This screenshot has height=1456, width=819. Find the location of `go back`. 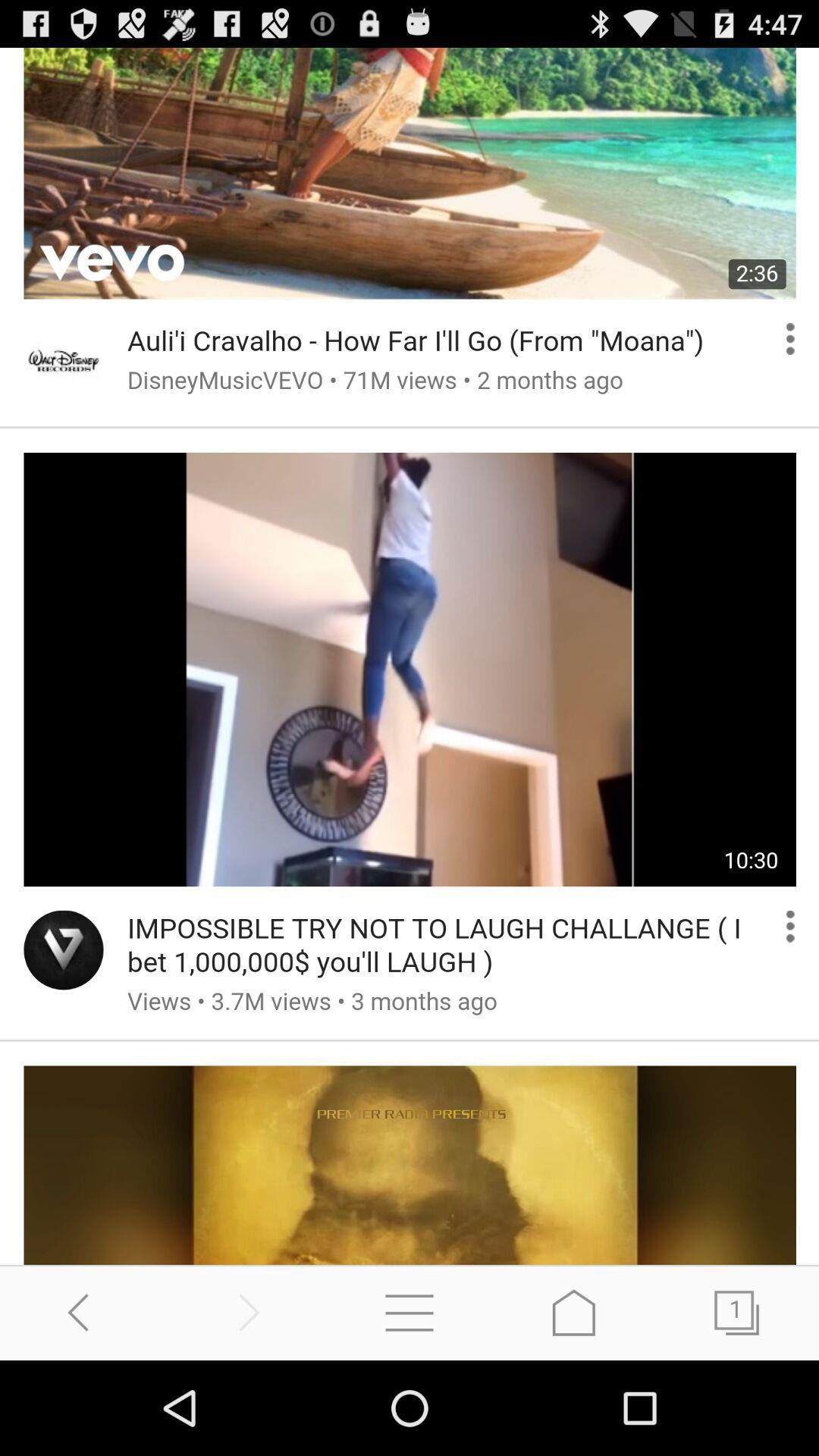

go back is located at coordinates (82, 1312).